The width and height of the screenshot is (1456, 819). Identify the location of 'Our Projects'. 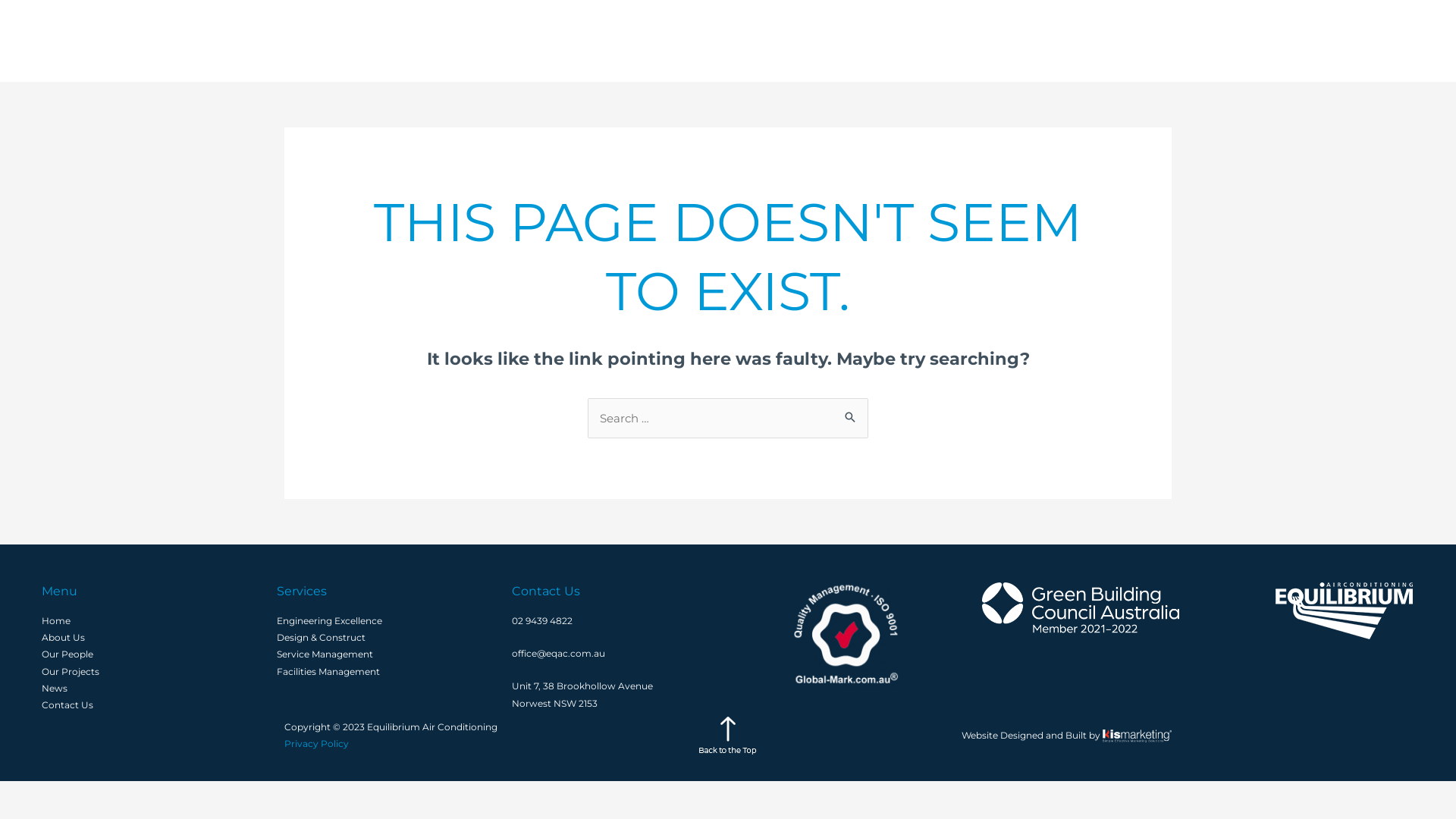
(1164, 40).